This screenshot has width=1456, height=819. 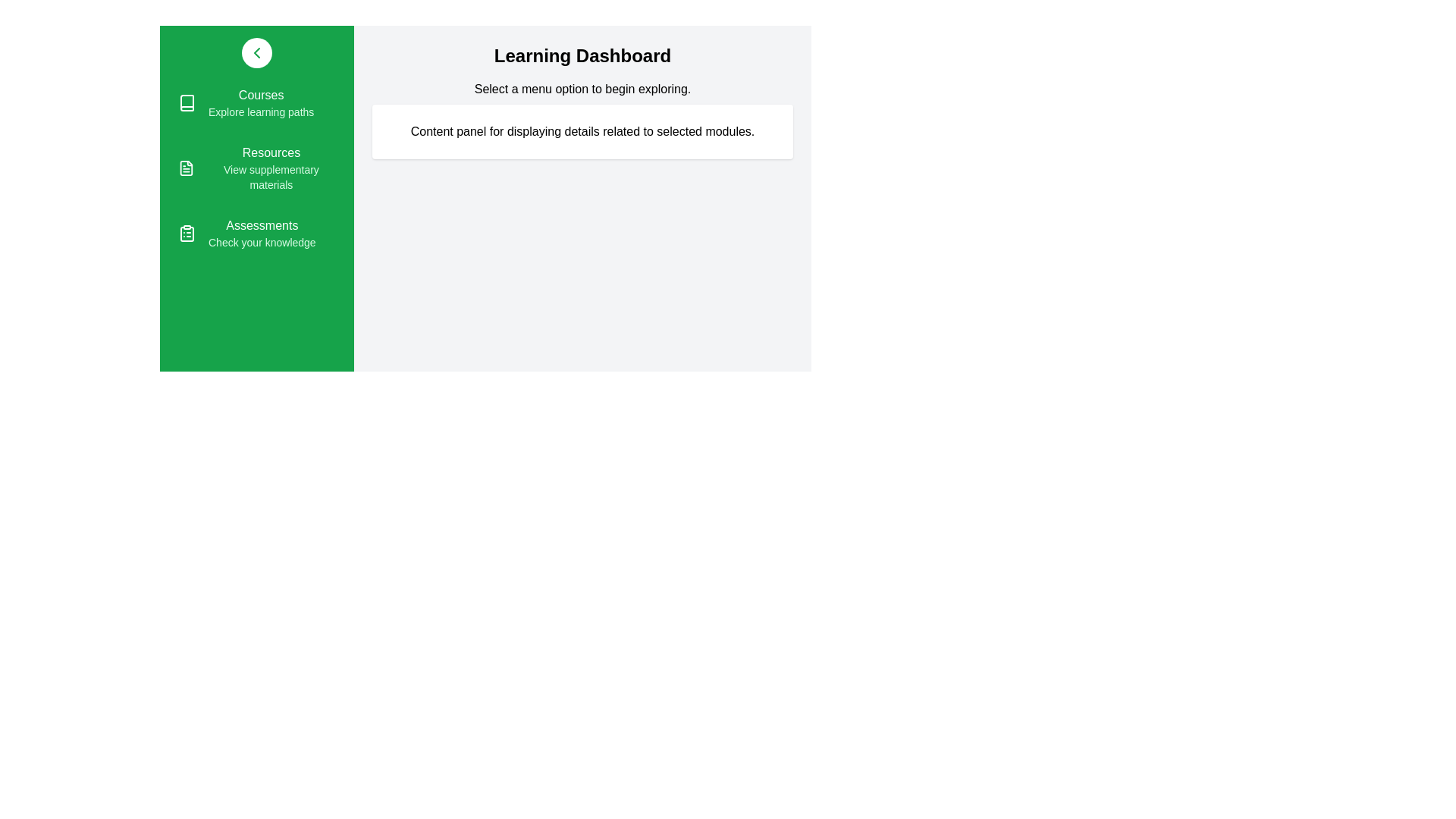 What do you see at coordinates (257, 52) in the screenshot?
I see `the drawer toggle button to toggle the drawer open or closed` at bounding box center [257, 52].